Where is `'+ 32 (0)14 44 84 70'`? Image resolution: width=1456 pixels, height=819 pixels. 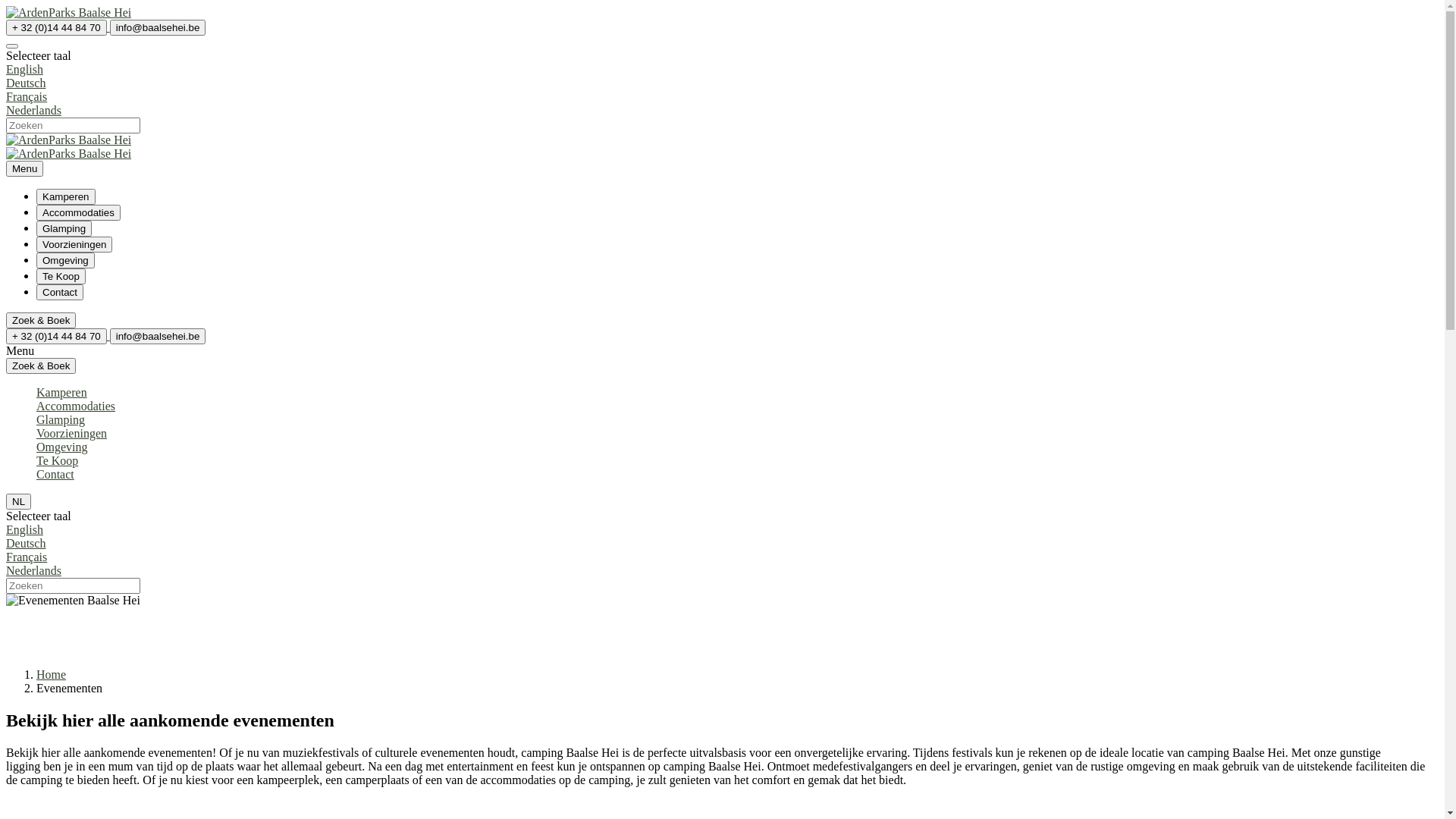 '+ 32 (0)14 44 84 70' is located at coordinates (6, 27).